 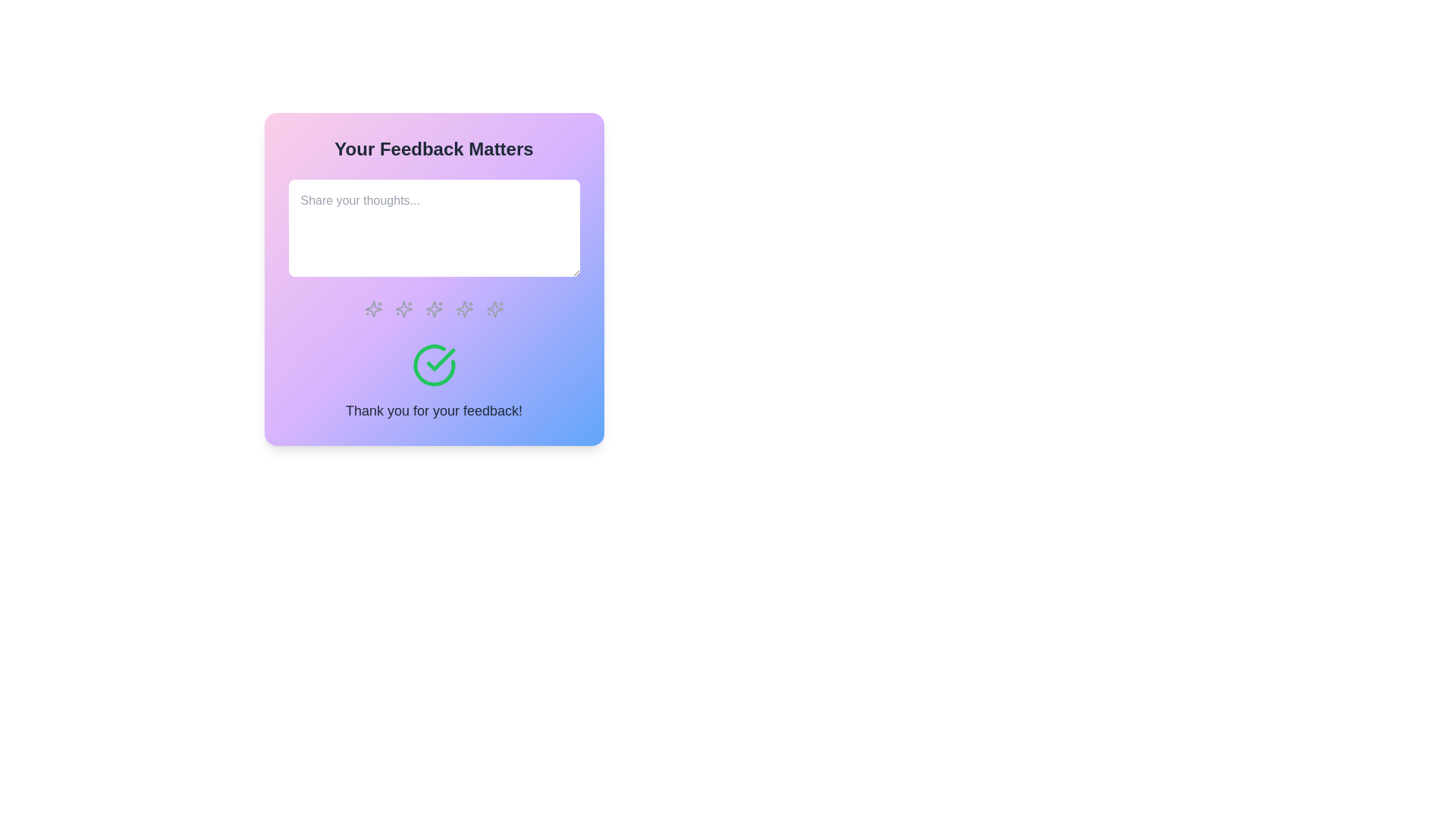 I want to click on the second interactive rating icon in the horizontal row of star icons, so click(x=403, y=309).